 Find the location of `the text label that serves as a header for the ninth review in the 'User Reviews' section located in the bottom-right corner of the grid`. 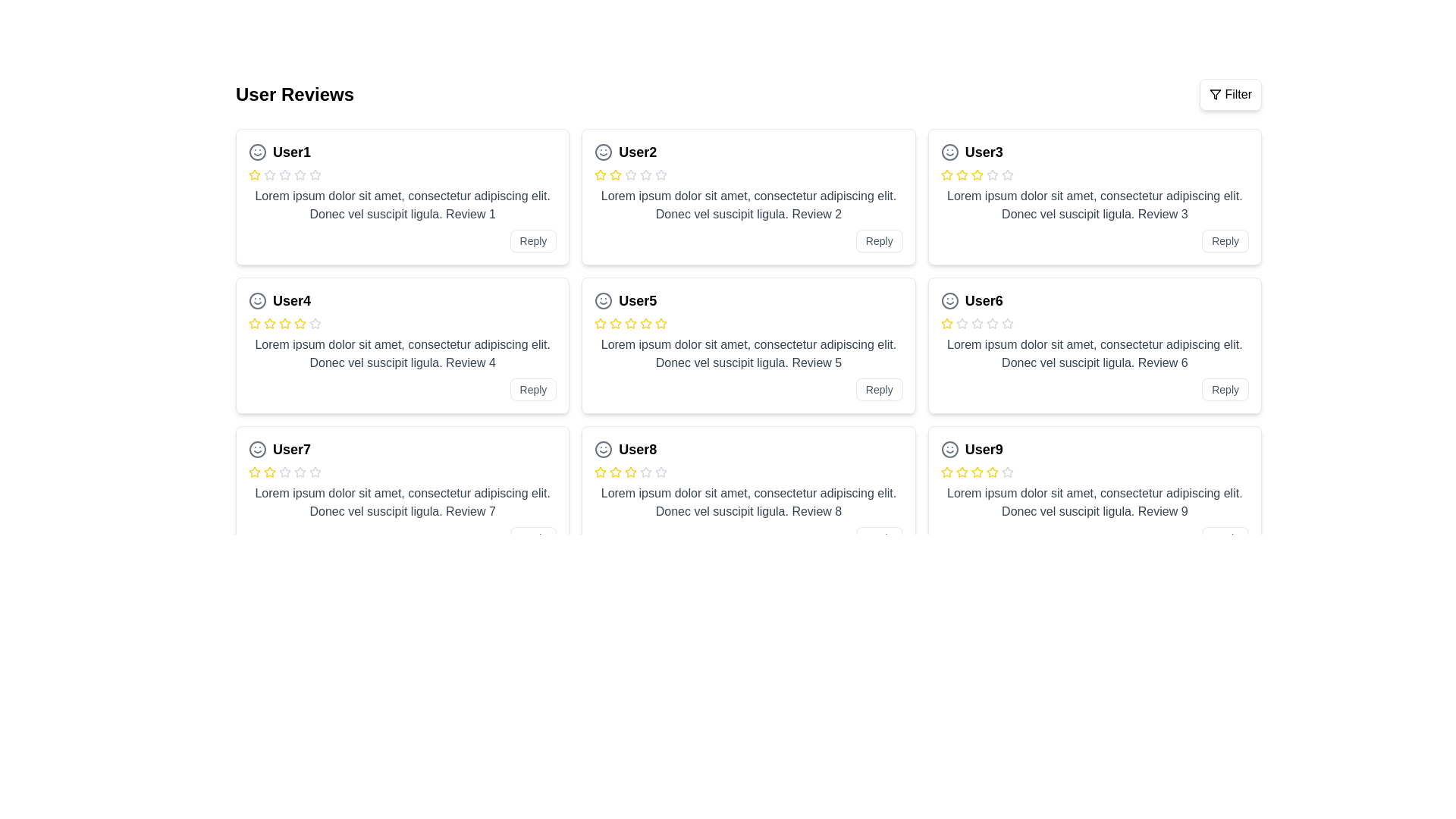

the text label that serves as a header for the ninth review in the 'User Reviews' section located in the bottom-right corner of the grid is located at coordinates (984, 449).